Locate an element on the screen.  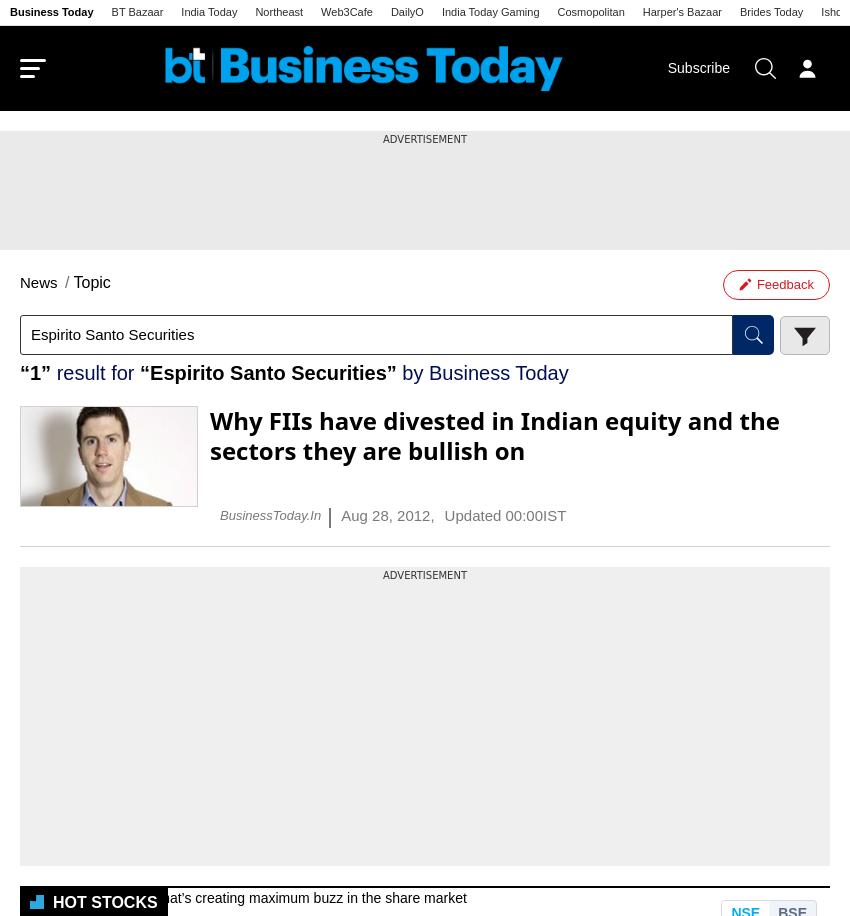
'Most active stocks that’s creating maximum buzz in the share market' is located at coordinates (252, 896).